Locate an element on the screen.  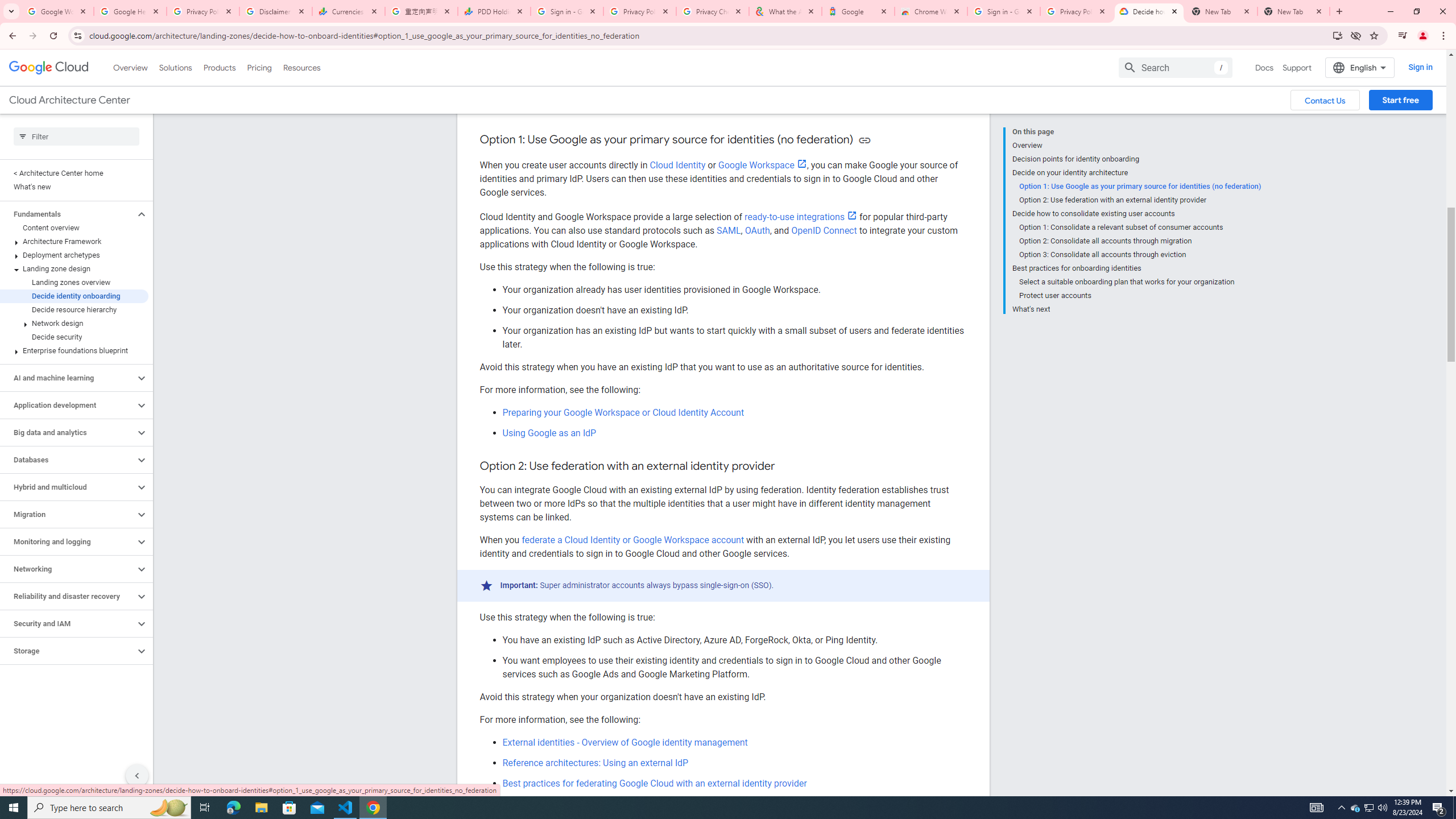
'Resources' is located at coordinates (301, 67).